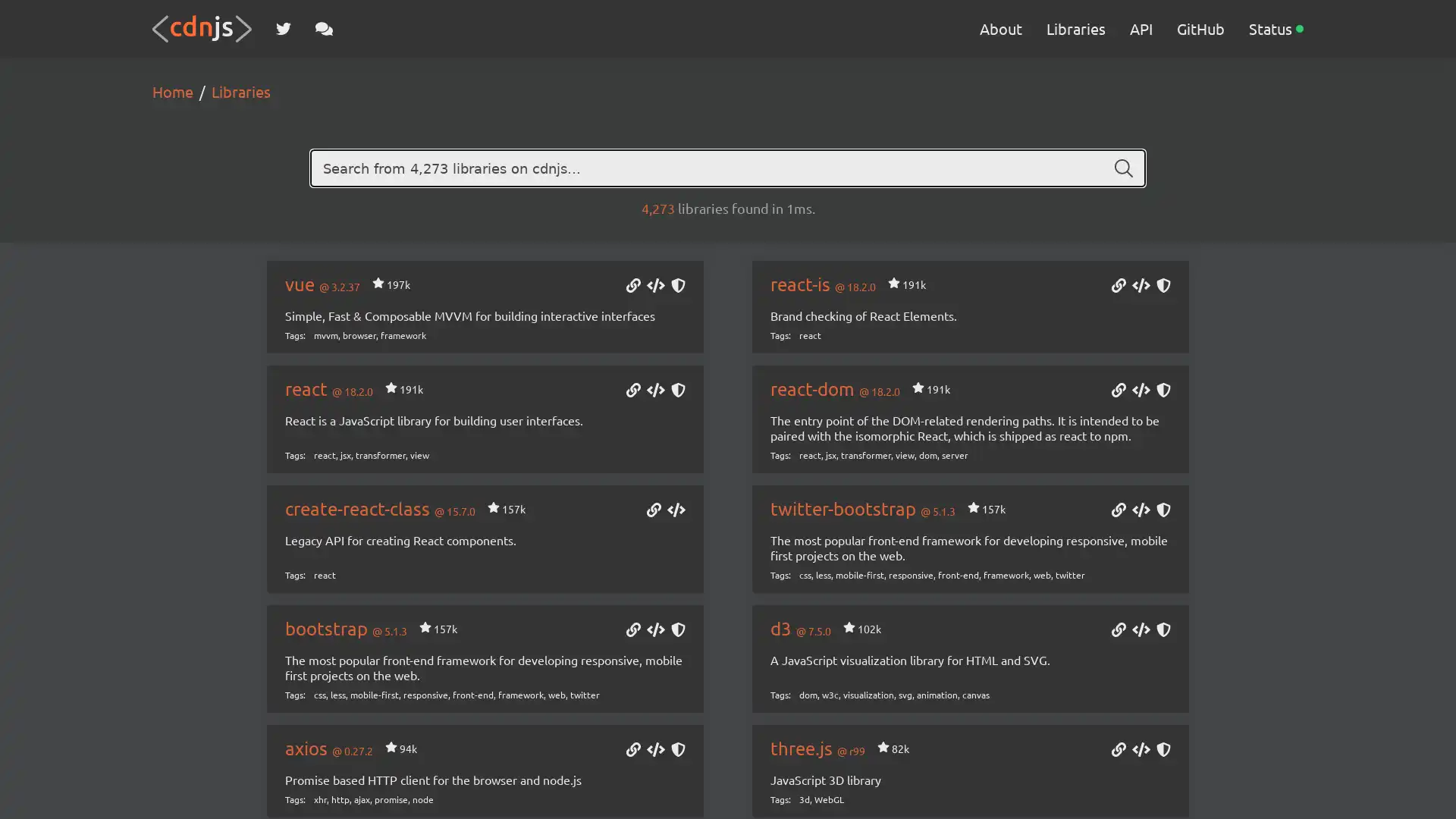 The width and height of the screenshot is (1456, 819). What do you see at coordinates (655, 287) in the screenshot?
I see `Copy Script Tag` at bounding box center [655, 287].